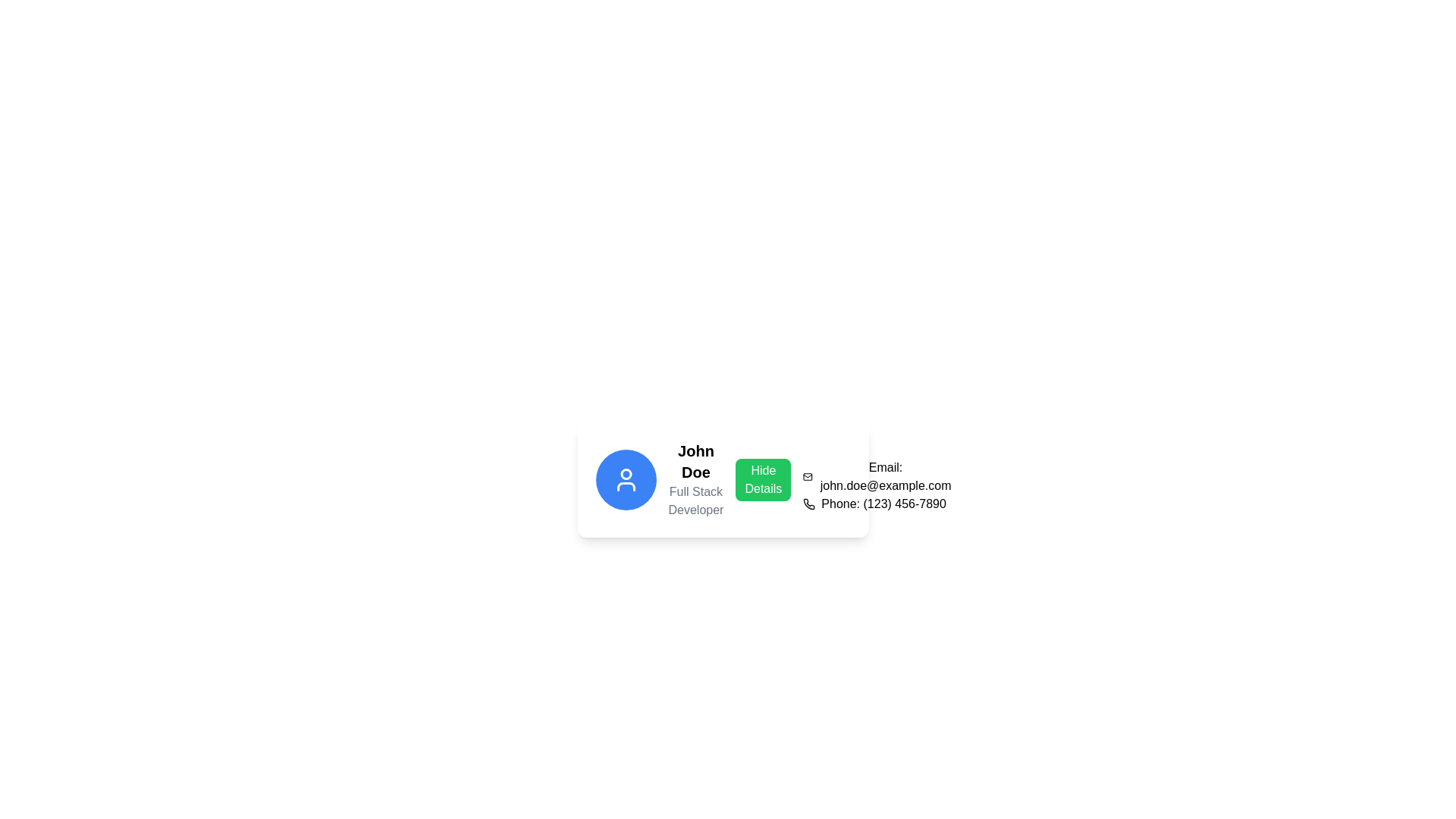 Image resolution: width=1456 pixels, height=819 pixels. What do you see at coordinates (763, 479) in the screenshot?
I see `the rectangular button with a bright green background and white text reading 'Hide Details'` at bounding box center [763, 479].